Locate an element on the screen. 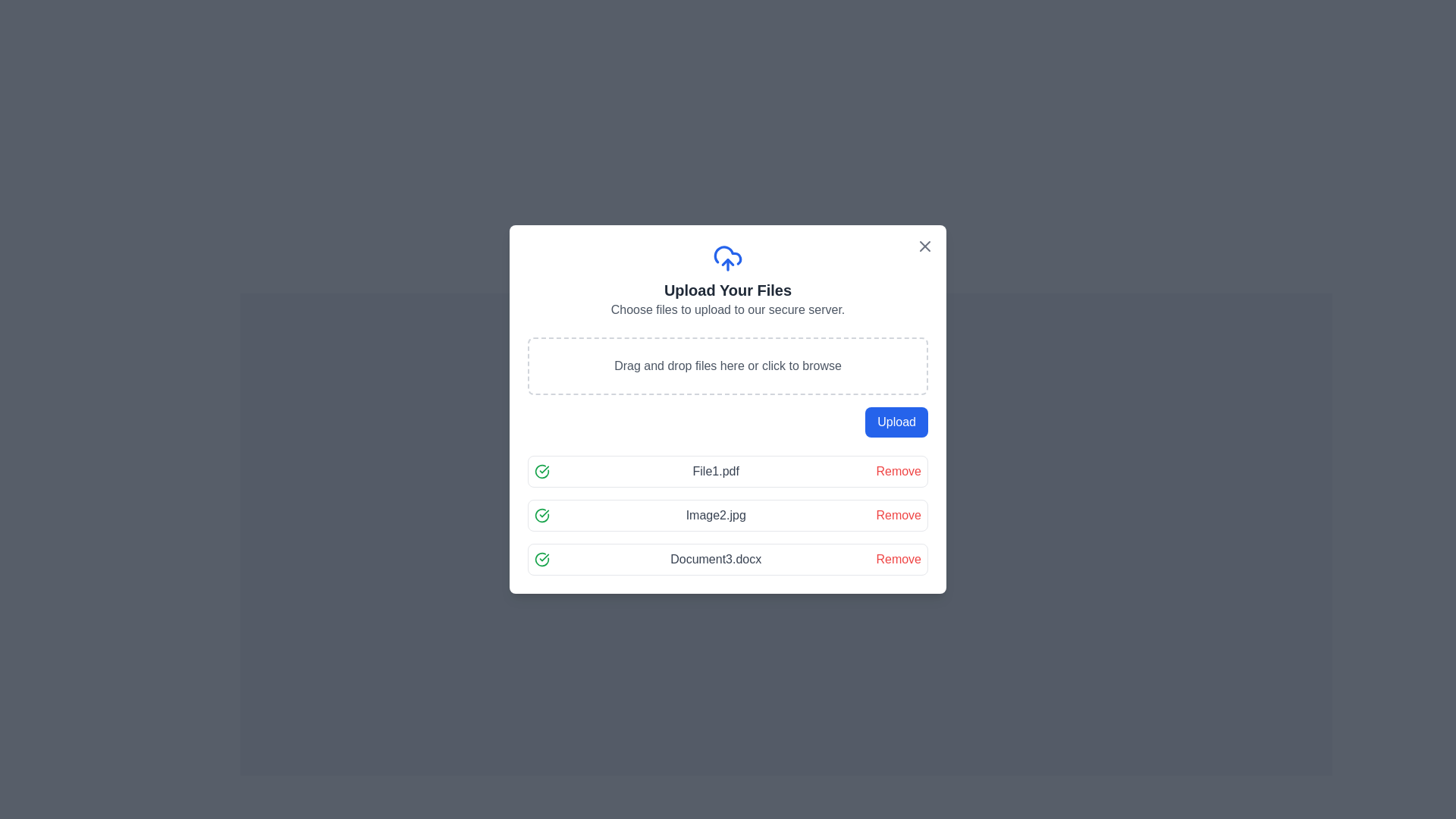  the 'Remove' button located at the far right of the row for the file named 'Document3.docx' in the upload interface is located at coordinates (899, 559).